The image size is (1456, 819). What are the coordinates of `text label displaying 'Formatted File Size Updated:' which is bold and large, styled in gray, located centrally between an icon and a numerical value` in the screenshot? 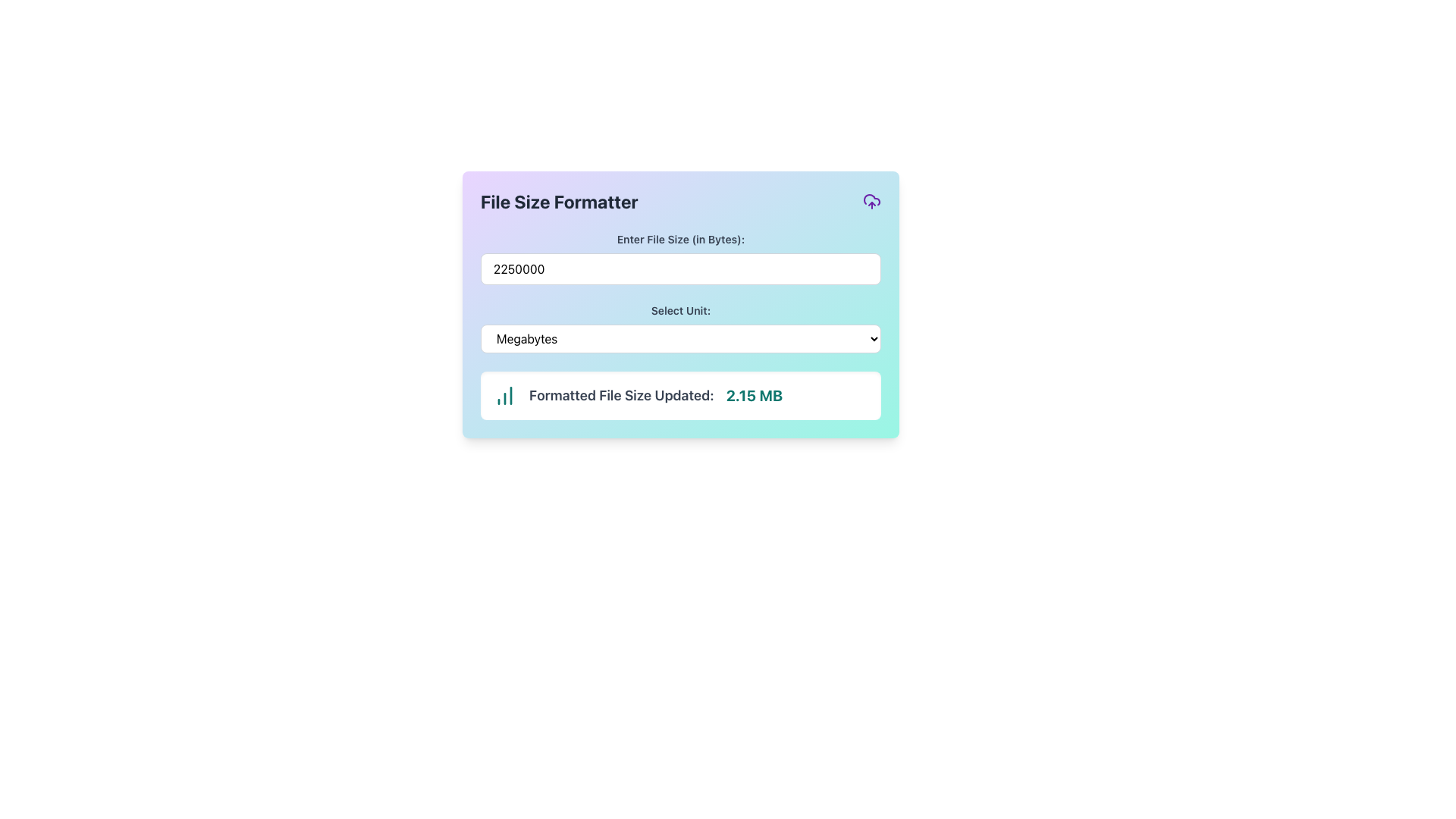 It's located at (621, 394).